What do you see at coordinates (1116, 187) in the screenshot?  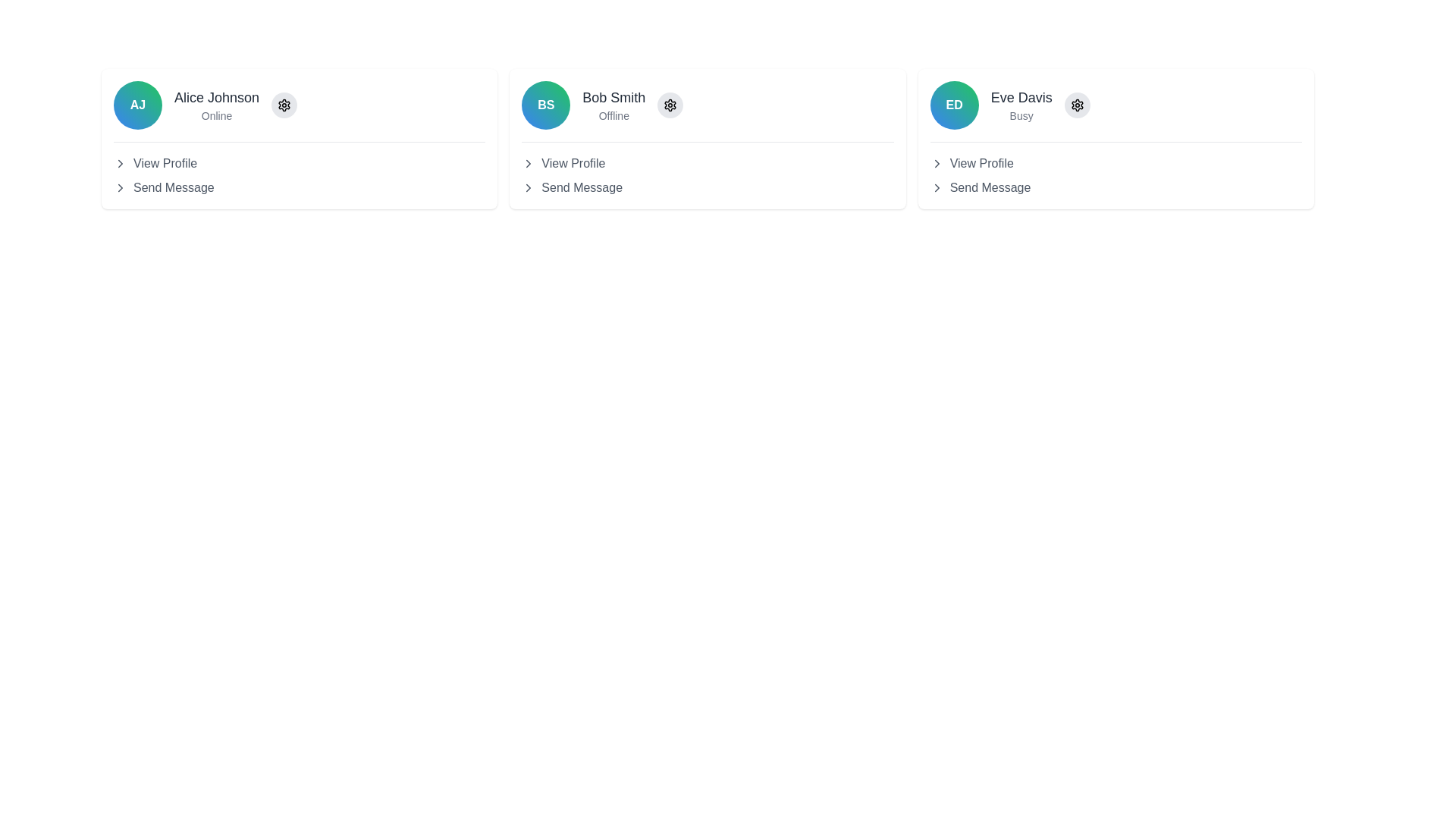 I see `the button located at the bottom of the card for 'Eve Davis' to send a message` at bounding box center [1116, 187].